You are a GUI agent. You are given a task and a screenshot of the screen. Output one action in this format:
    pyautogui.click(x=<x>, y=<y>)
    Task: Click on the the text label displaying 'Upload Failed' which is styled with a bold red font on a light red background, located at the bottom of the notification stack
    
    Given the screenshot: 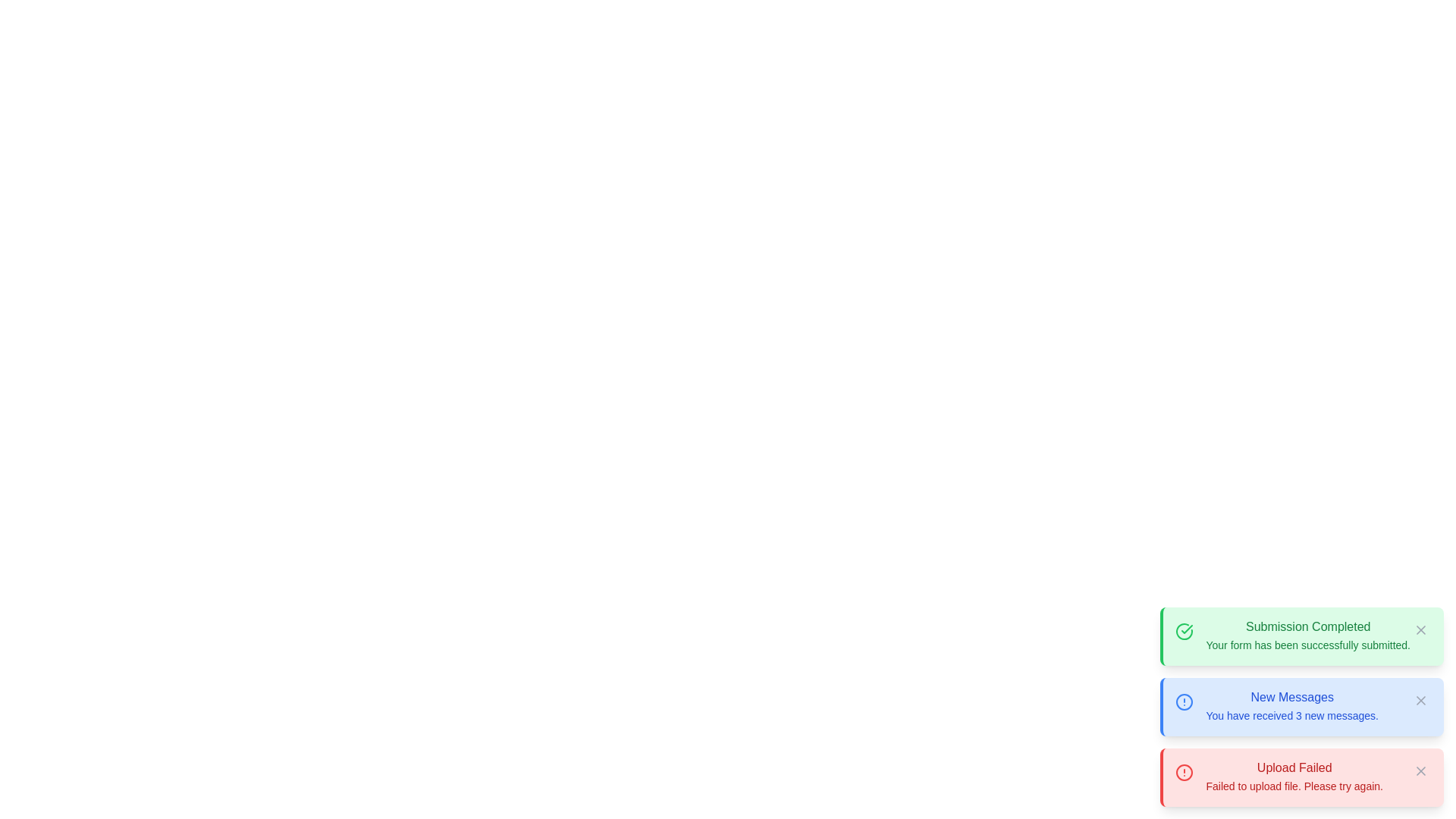 What is the action you would take?
    pyautogui.click(x=1294, y=768)
    